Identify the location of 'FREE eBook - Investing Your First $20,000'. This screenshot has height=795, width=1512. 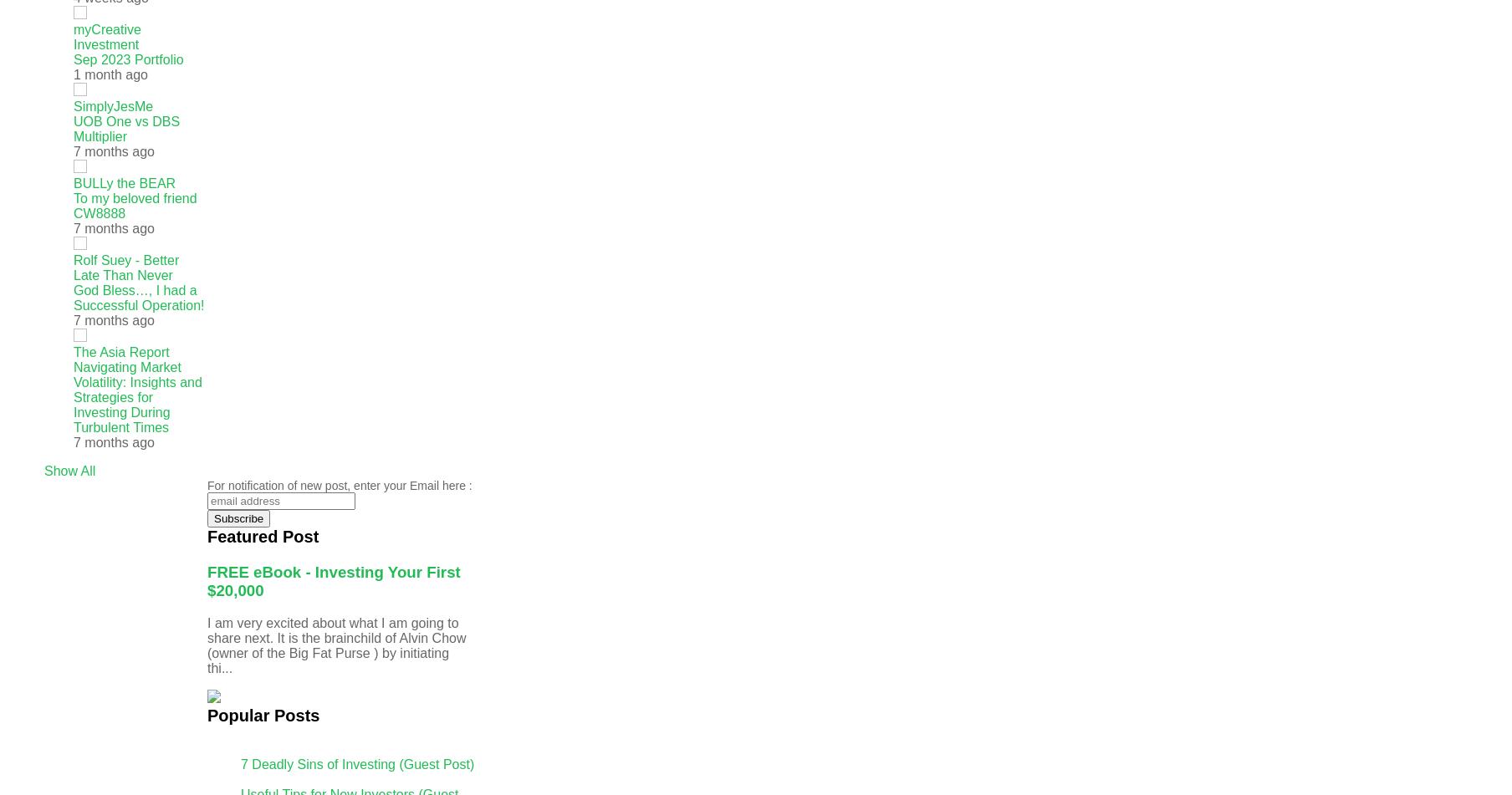
(333, 580).